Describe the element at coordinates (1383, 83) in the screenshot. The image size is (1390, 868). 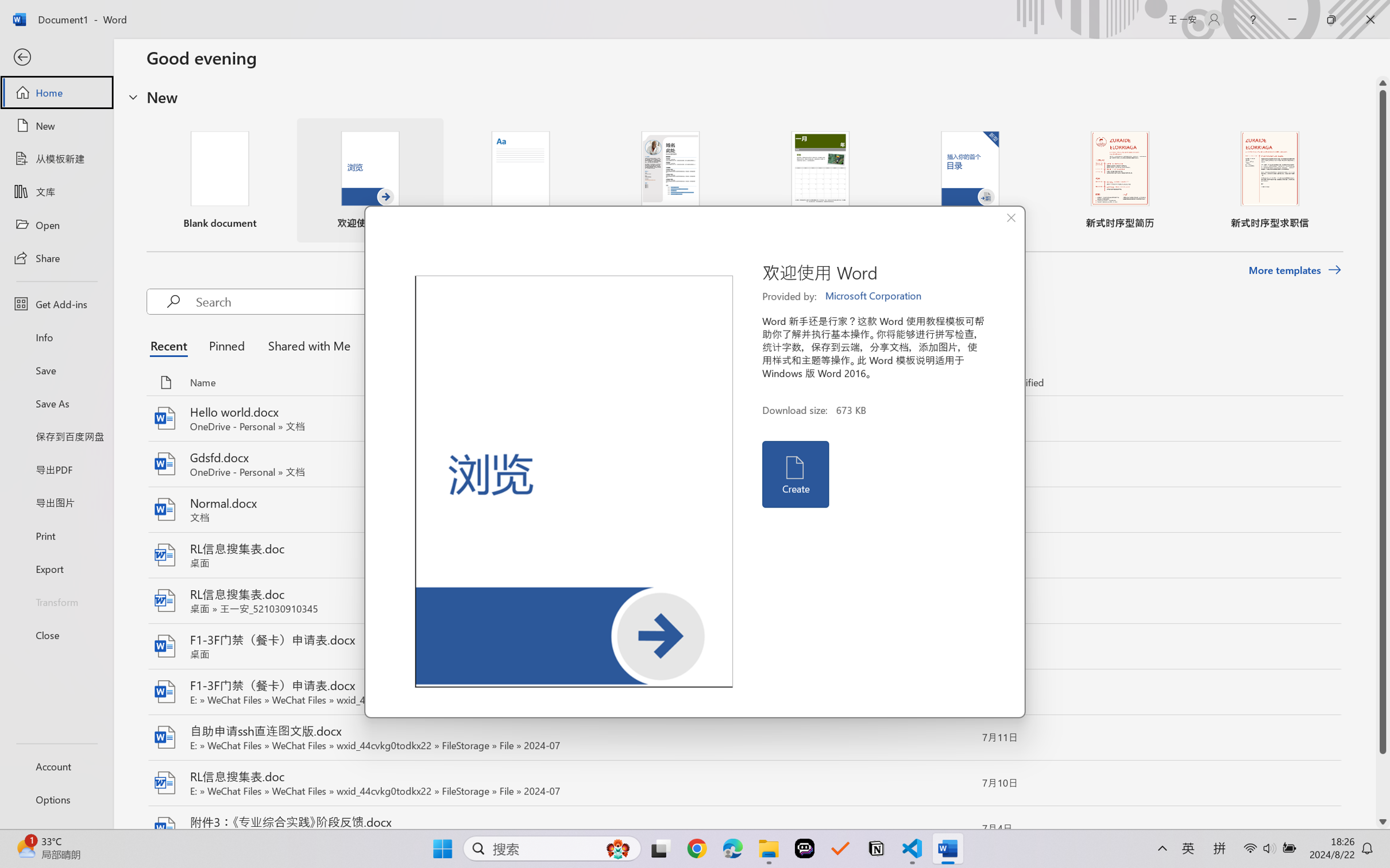
I see `'Line up'` at that location.